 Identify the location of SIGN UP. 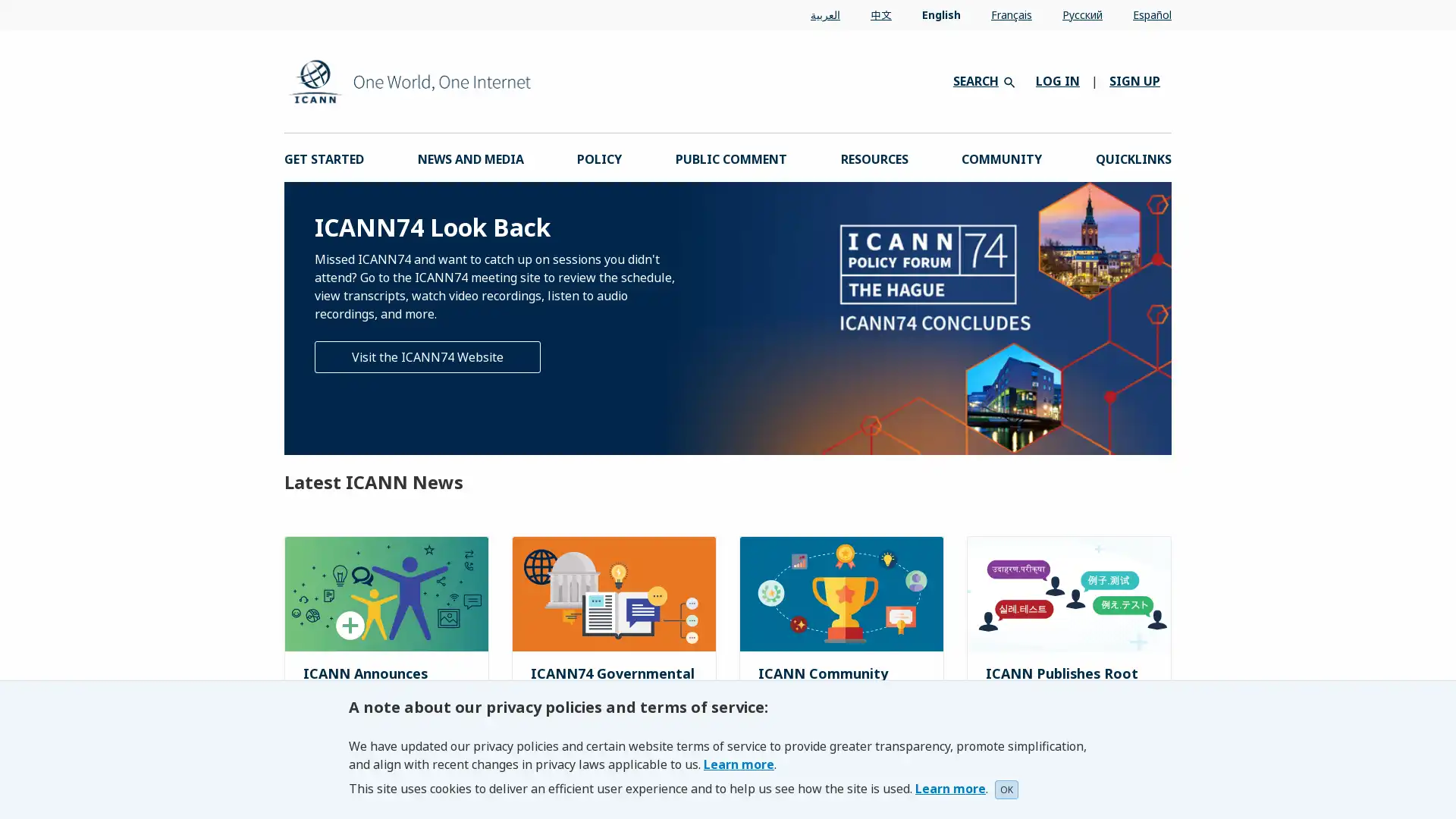
(1134, 81).